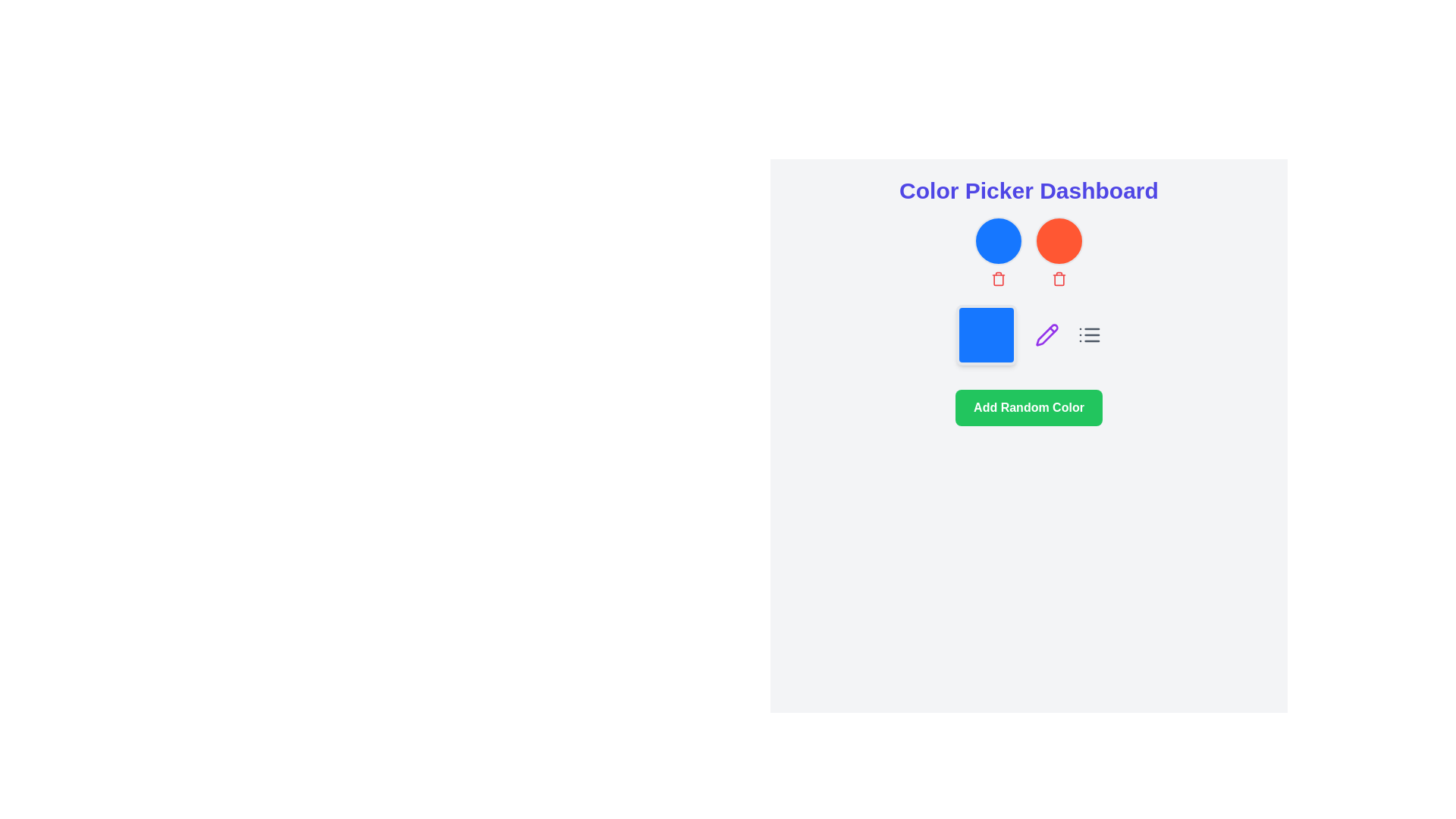 The width and height of the screenshot is (1456, 819). What do you see at coordinates (998, 278) in the screenshot?
I see `the trash icon located in the center of the interface, beneath the blue circular element` at bounding box center [998, 278].